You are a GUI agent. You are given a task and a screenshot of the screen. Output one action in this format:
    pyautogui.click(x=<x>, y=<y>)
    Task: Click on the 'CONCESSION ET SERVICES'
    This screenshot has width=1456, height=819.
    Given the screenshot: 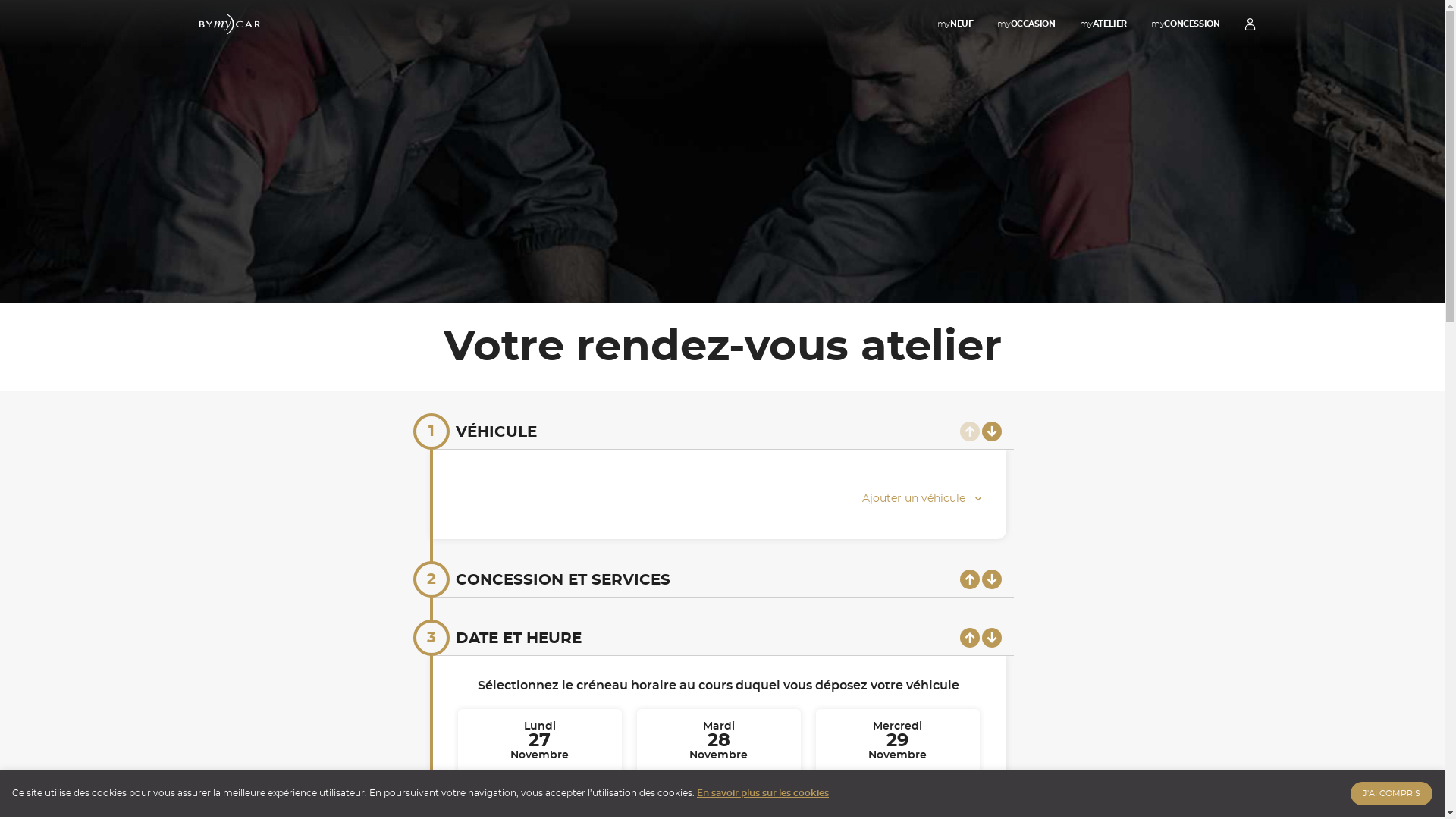 What is the action you would take?
    pyautogui.click(x=561, y=579)
    